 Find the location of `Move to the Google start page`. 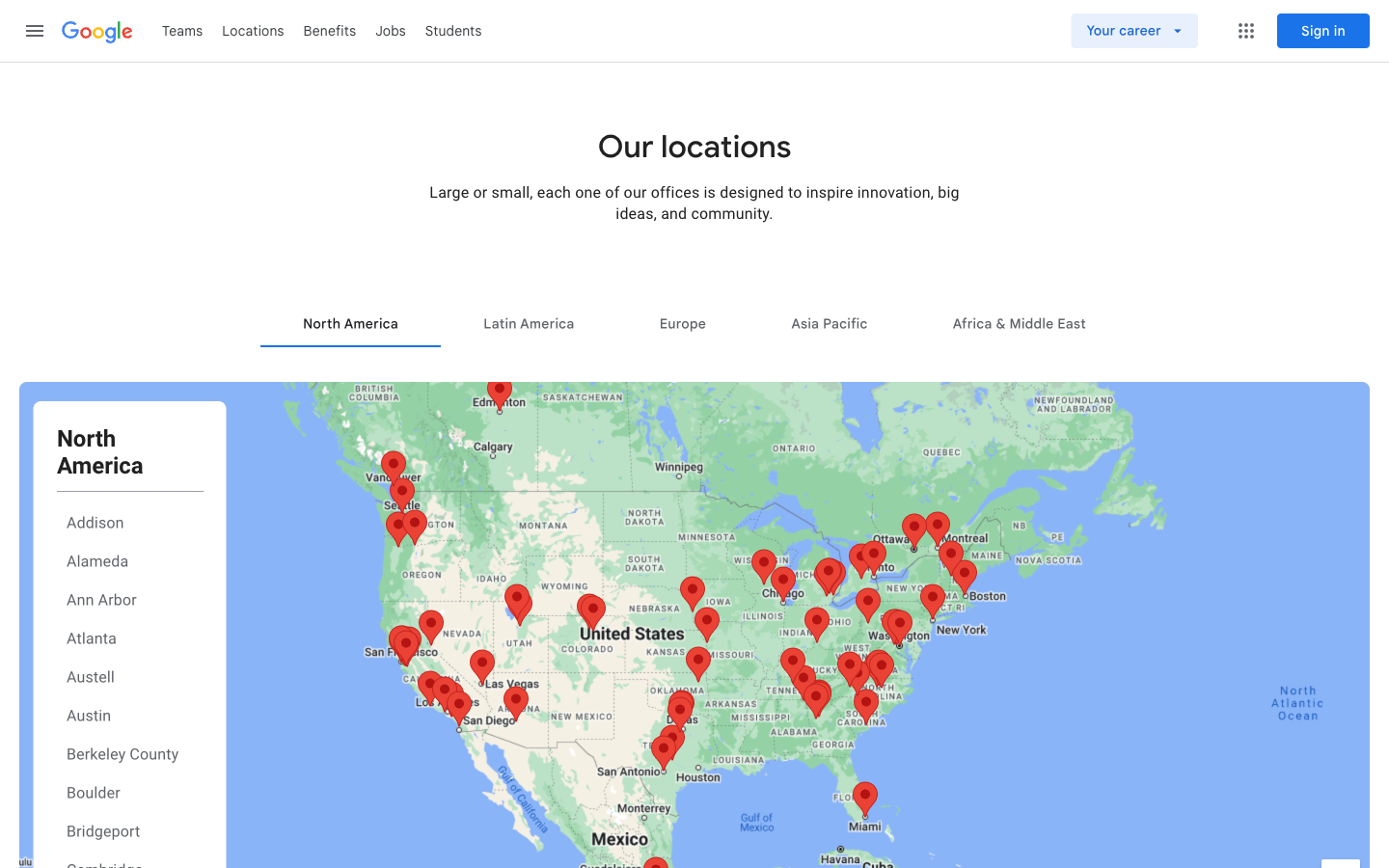

Move to the Google start page is located at coordinates (96, 32).